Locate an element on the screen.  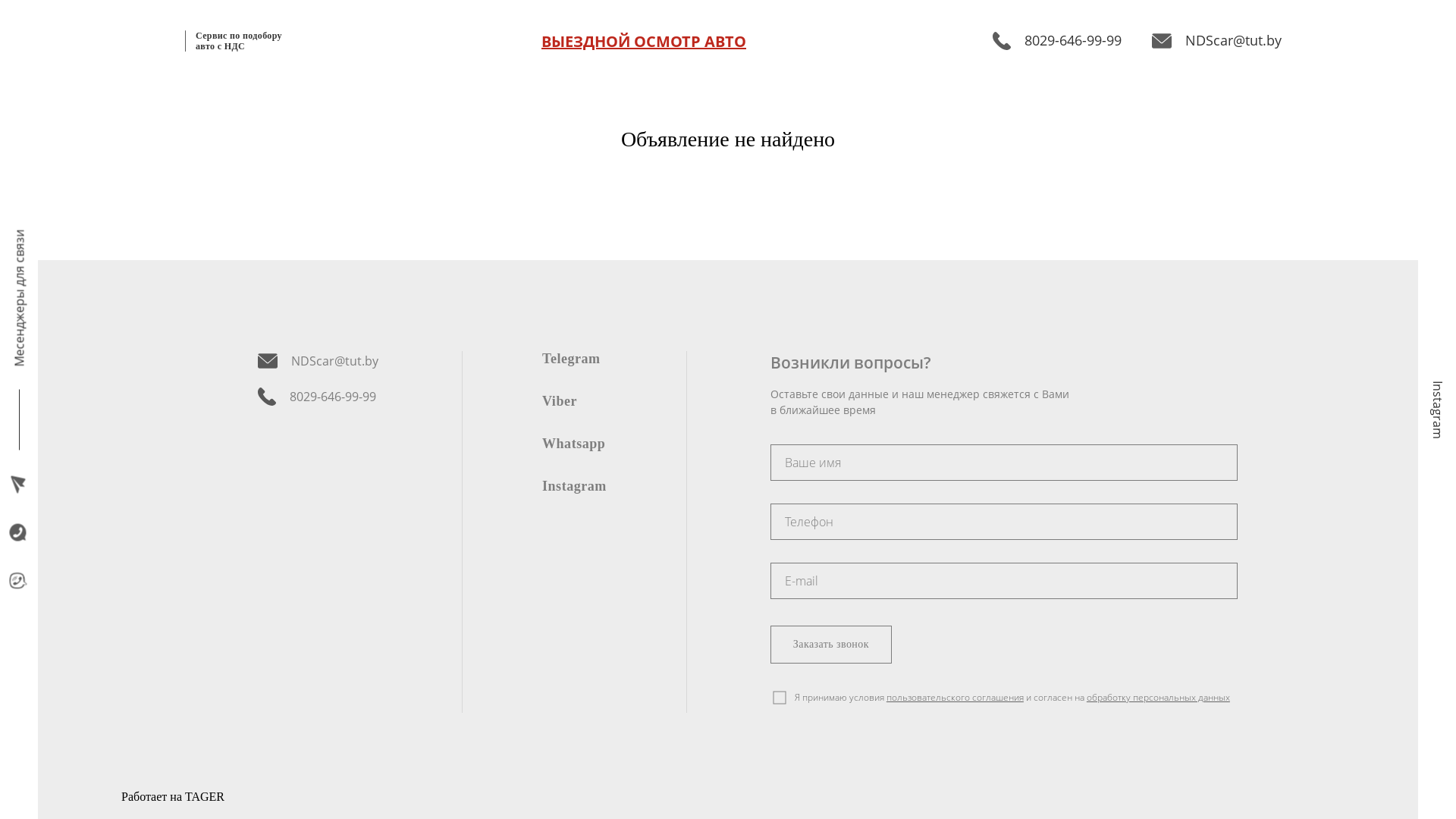
'Telegram' is located at coordinates (570, 357).